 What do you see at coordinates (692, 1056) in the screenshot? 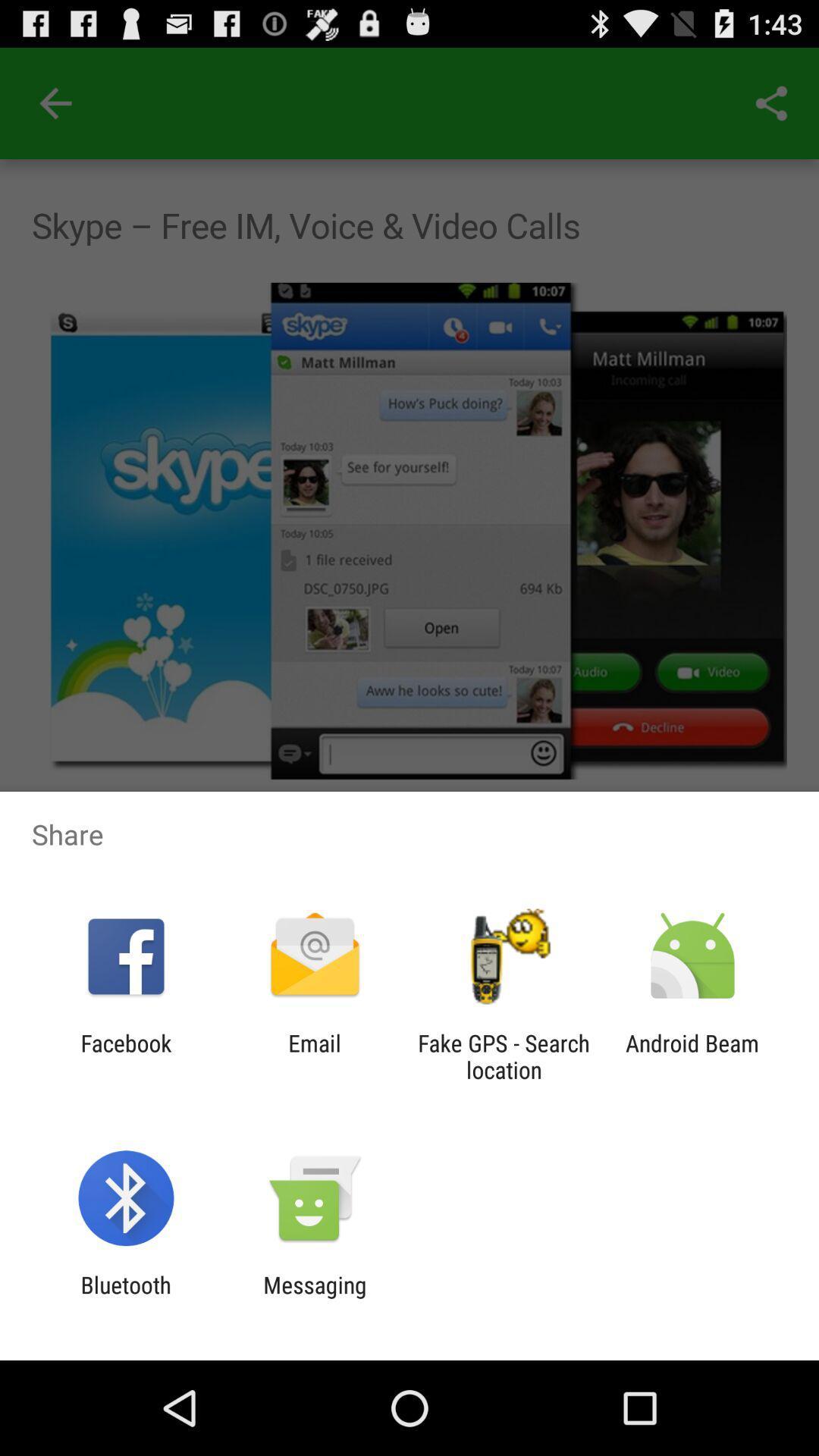
I see `android beam icon` at bounding box center [692, 1056].